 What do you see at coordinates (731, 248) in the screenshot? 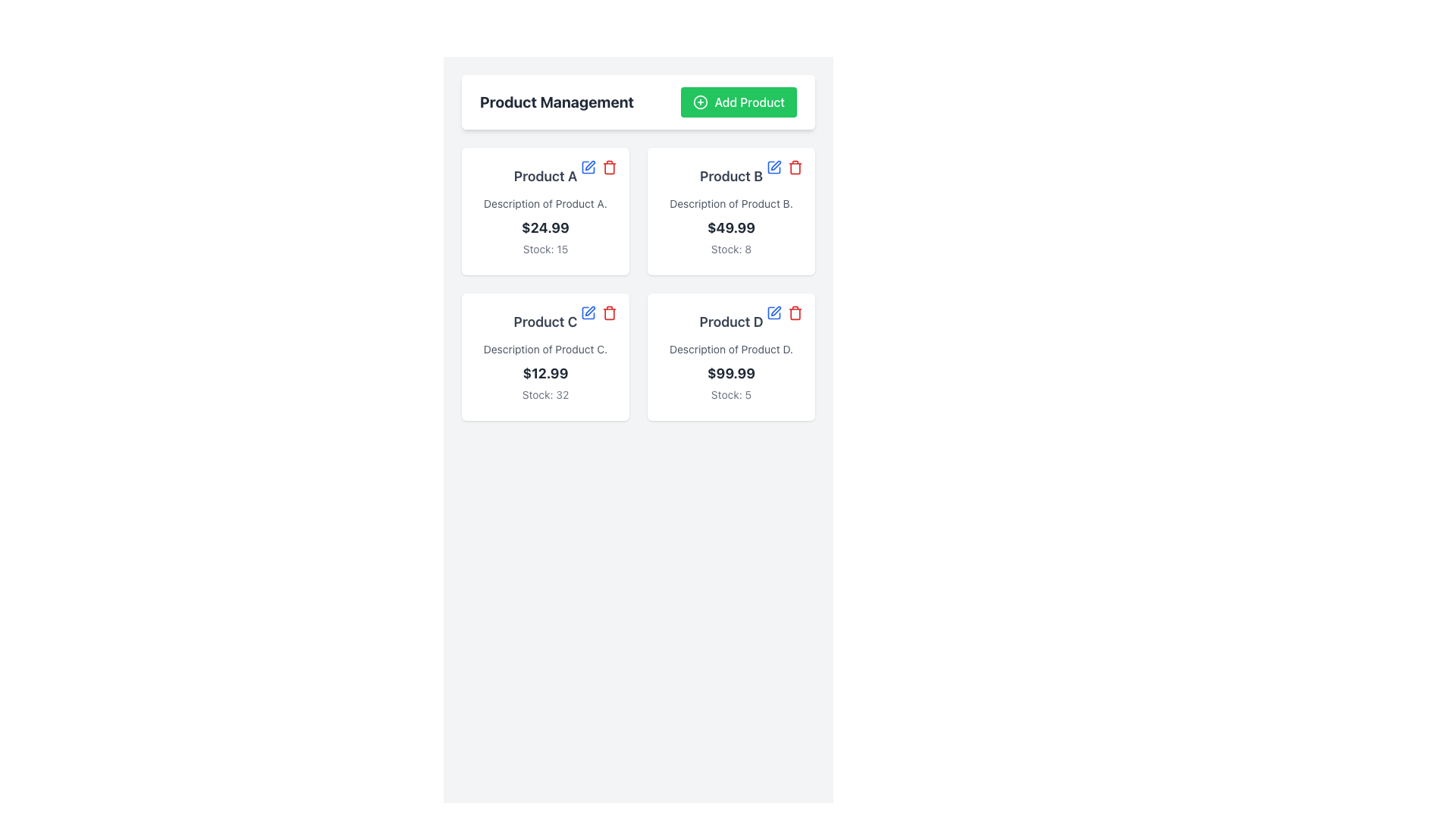
I see `text content from the stock quantity label located at the bottom of the 'Product B' card, which provides inventory information` at bounding box center [731, 248].